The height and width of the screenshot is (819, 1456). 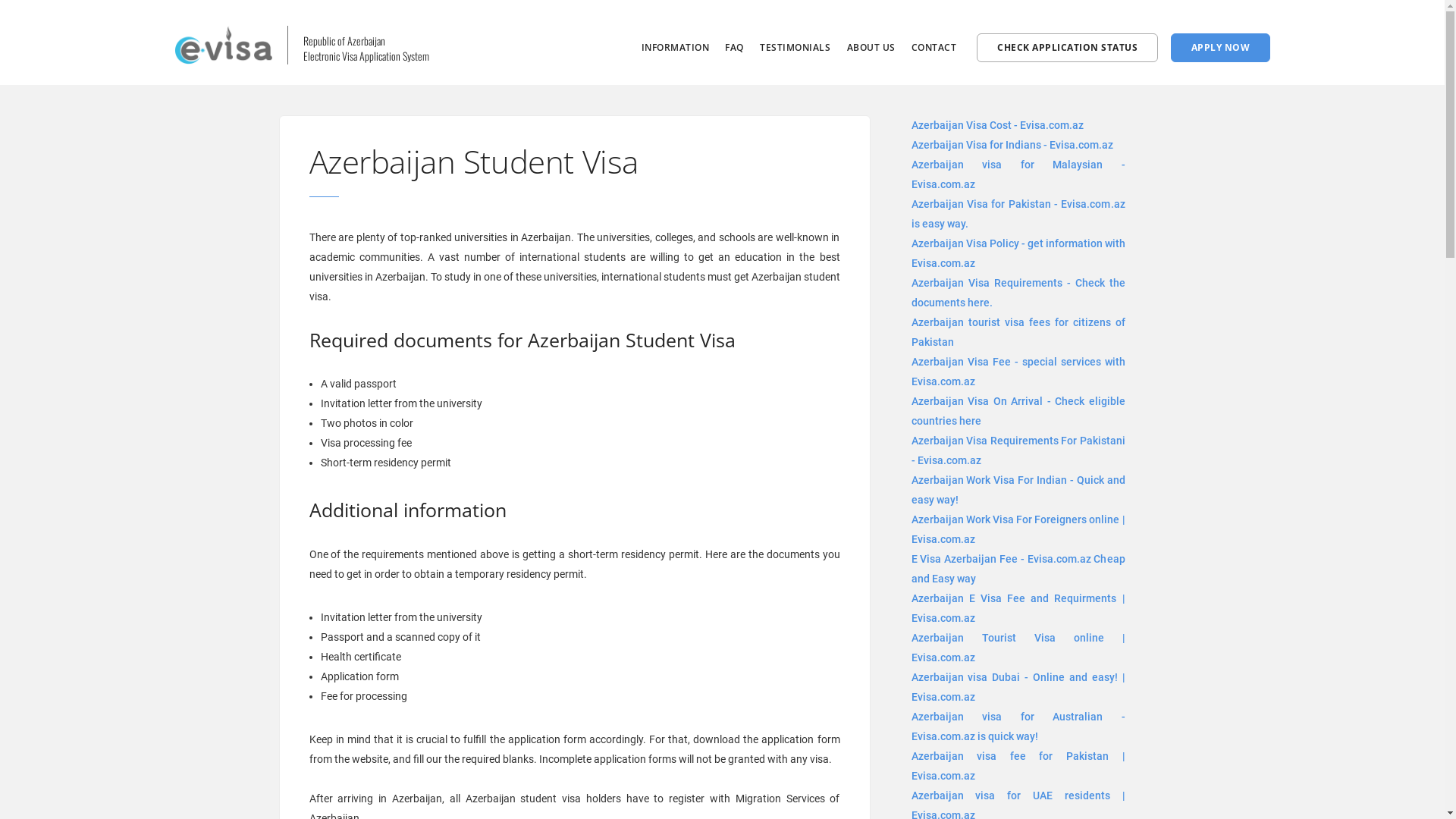 What do you see at coordinates (1018, 174) in the screenshot?
I see `'Azerbaijan visa for Malaysian - Evisa.com.az'` at bounding box center [1018, 174].